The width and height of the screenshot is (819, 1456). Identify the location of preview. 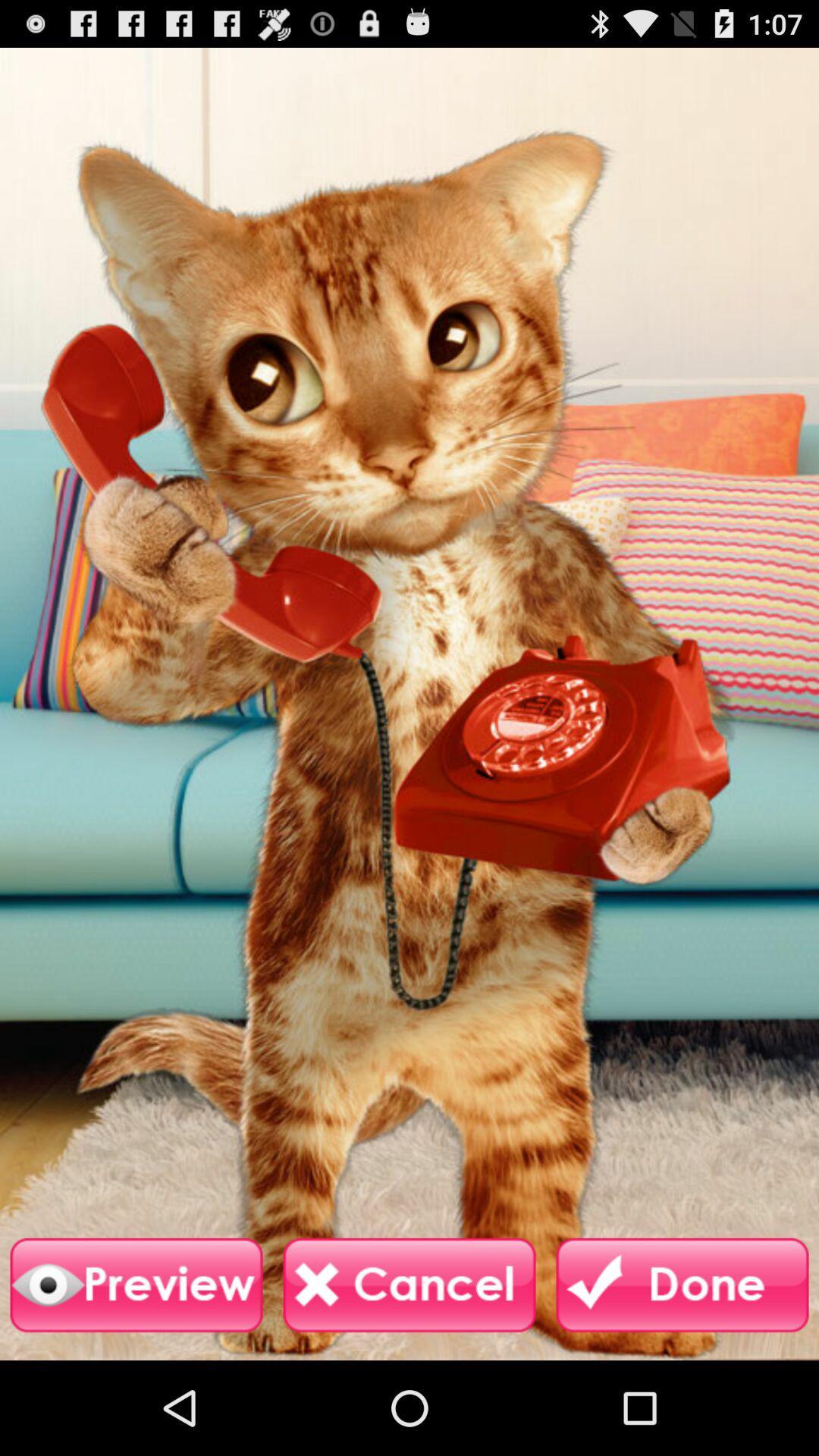
(136, 1285).